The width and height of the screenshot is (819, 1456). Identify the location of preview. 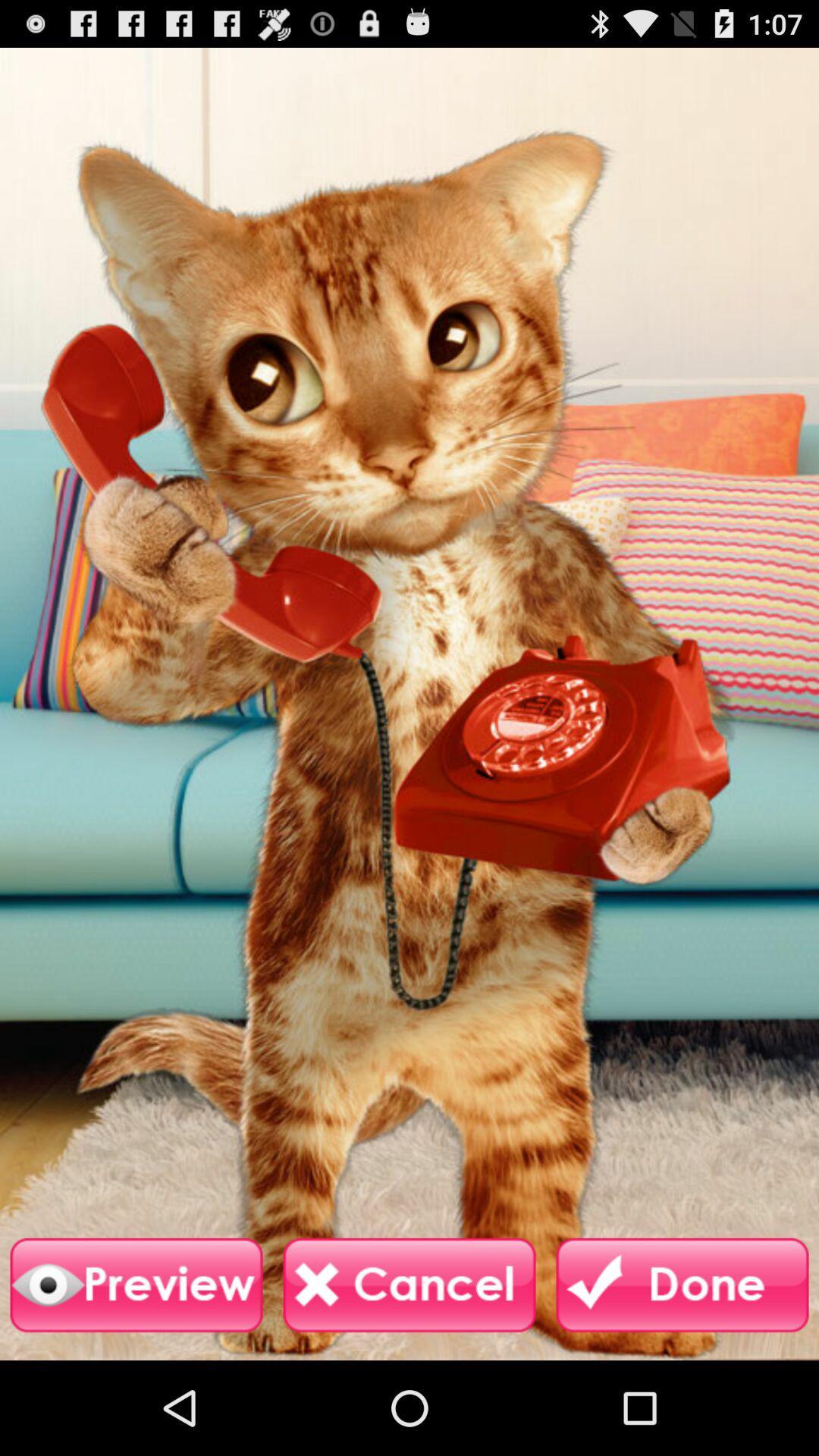
(136, 1285).